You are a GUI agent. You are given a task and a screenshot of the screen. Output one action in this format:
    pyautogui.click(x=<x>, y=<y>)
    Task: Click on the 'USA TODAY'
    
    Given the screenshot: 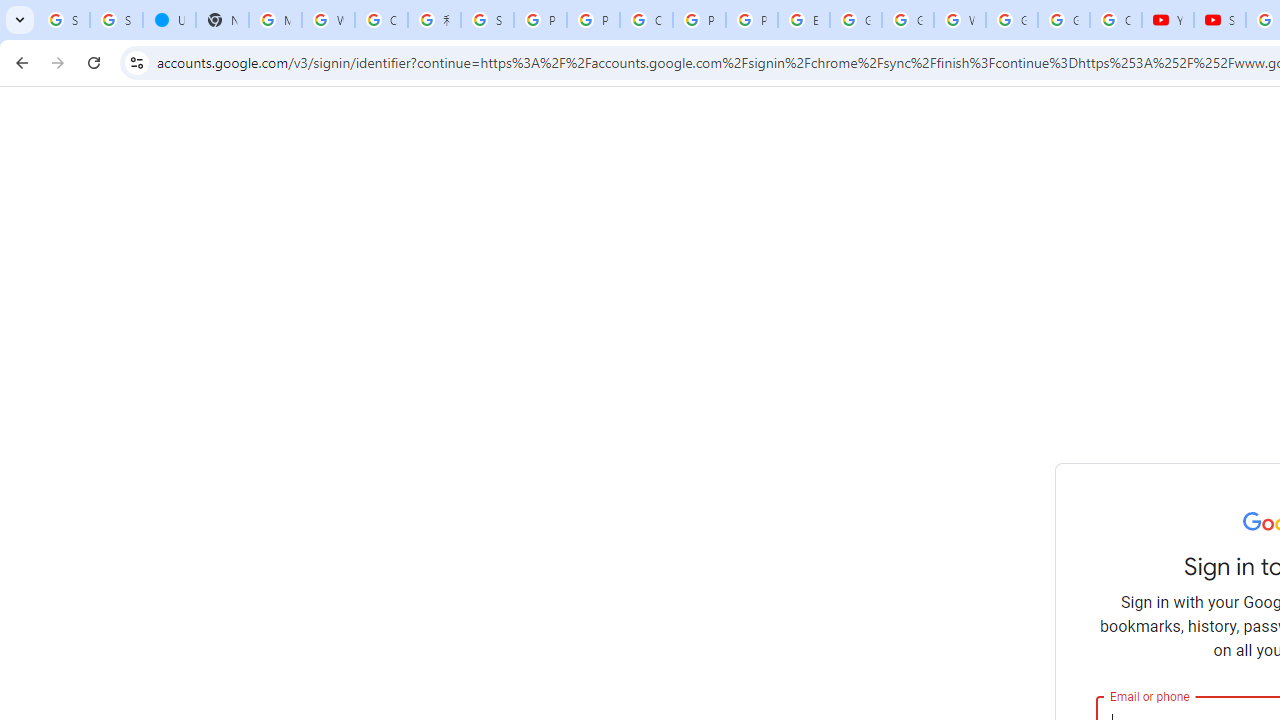 What is the action you would take?
    pyautogui.click(x=169, y=20)
    